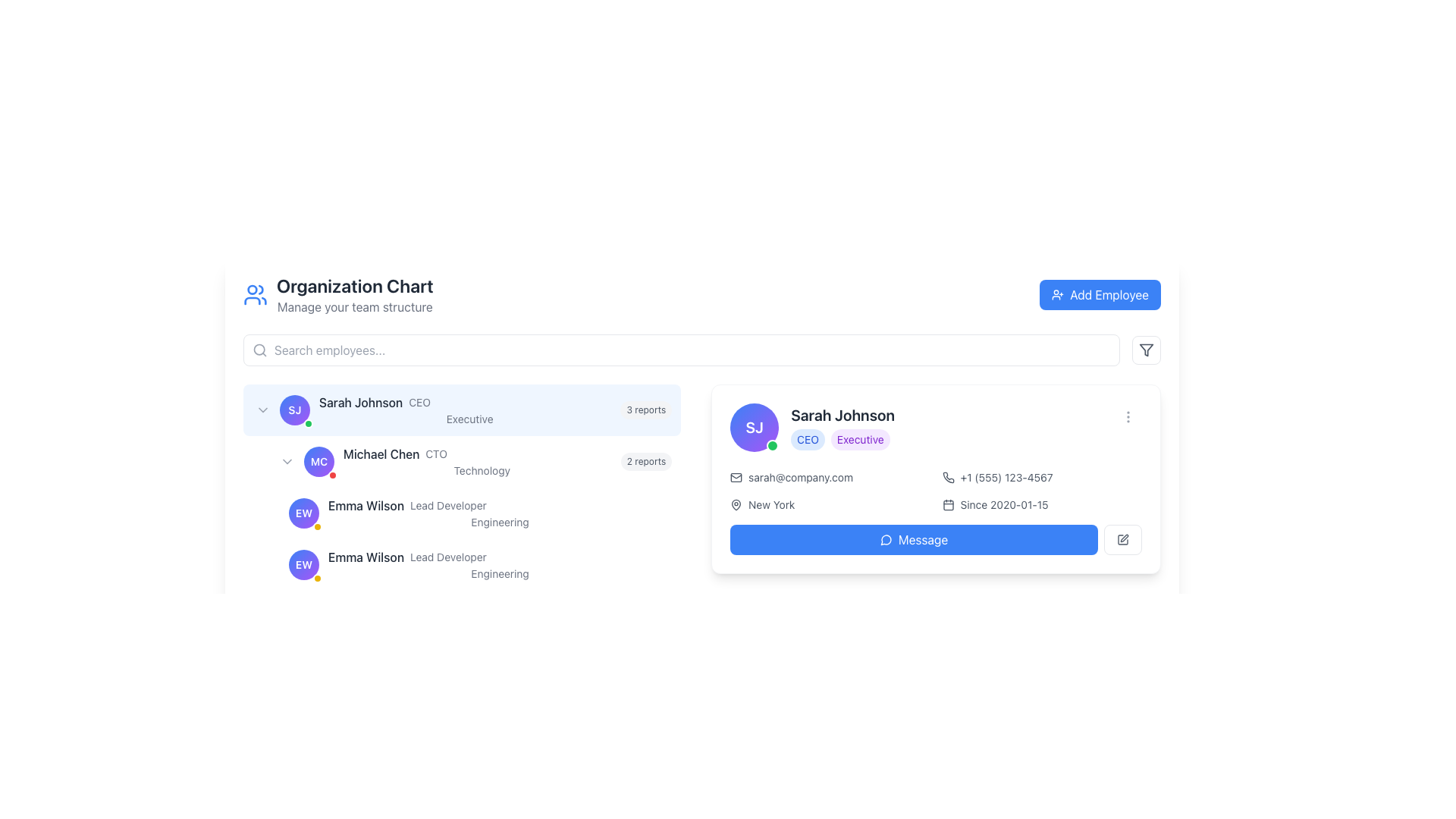  I want to click on the toggle button adjacent to the avatar labeled 'SJ' in the row for 'Sarah Johnson', so click(262, 409).